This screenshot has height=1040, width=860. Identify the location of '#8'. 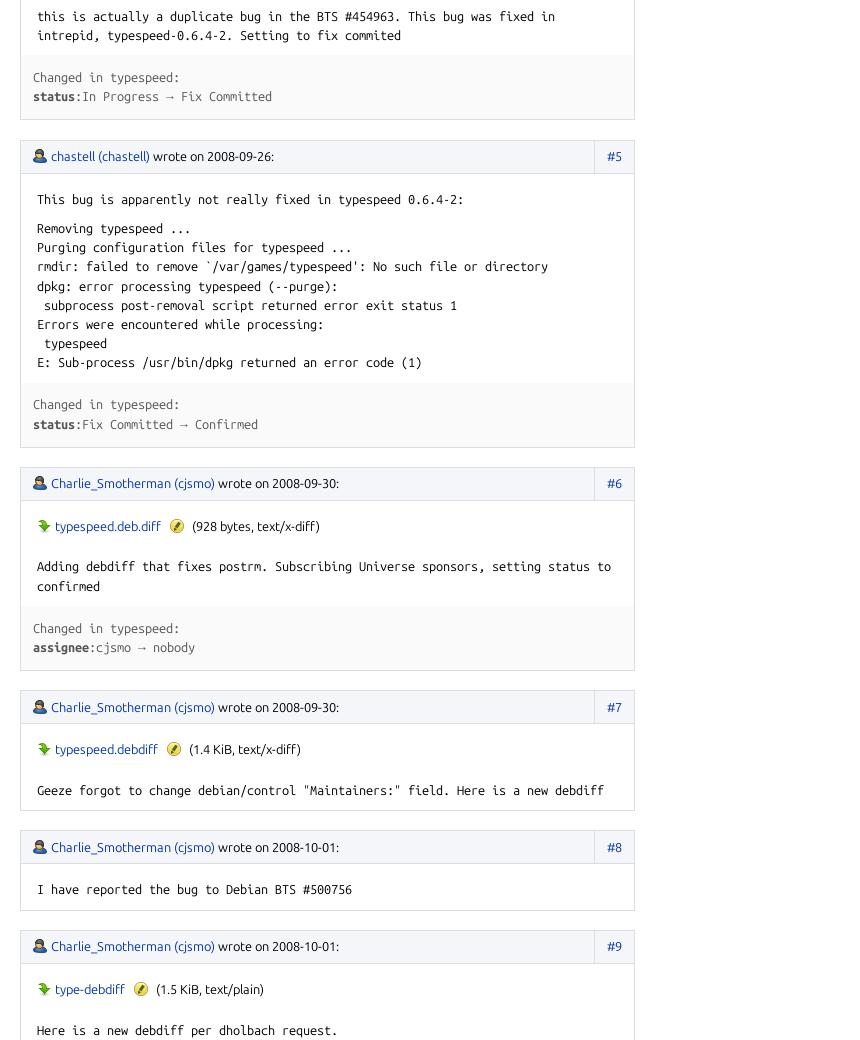
(613, 845).